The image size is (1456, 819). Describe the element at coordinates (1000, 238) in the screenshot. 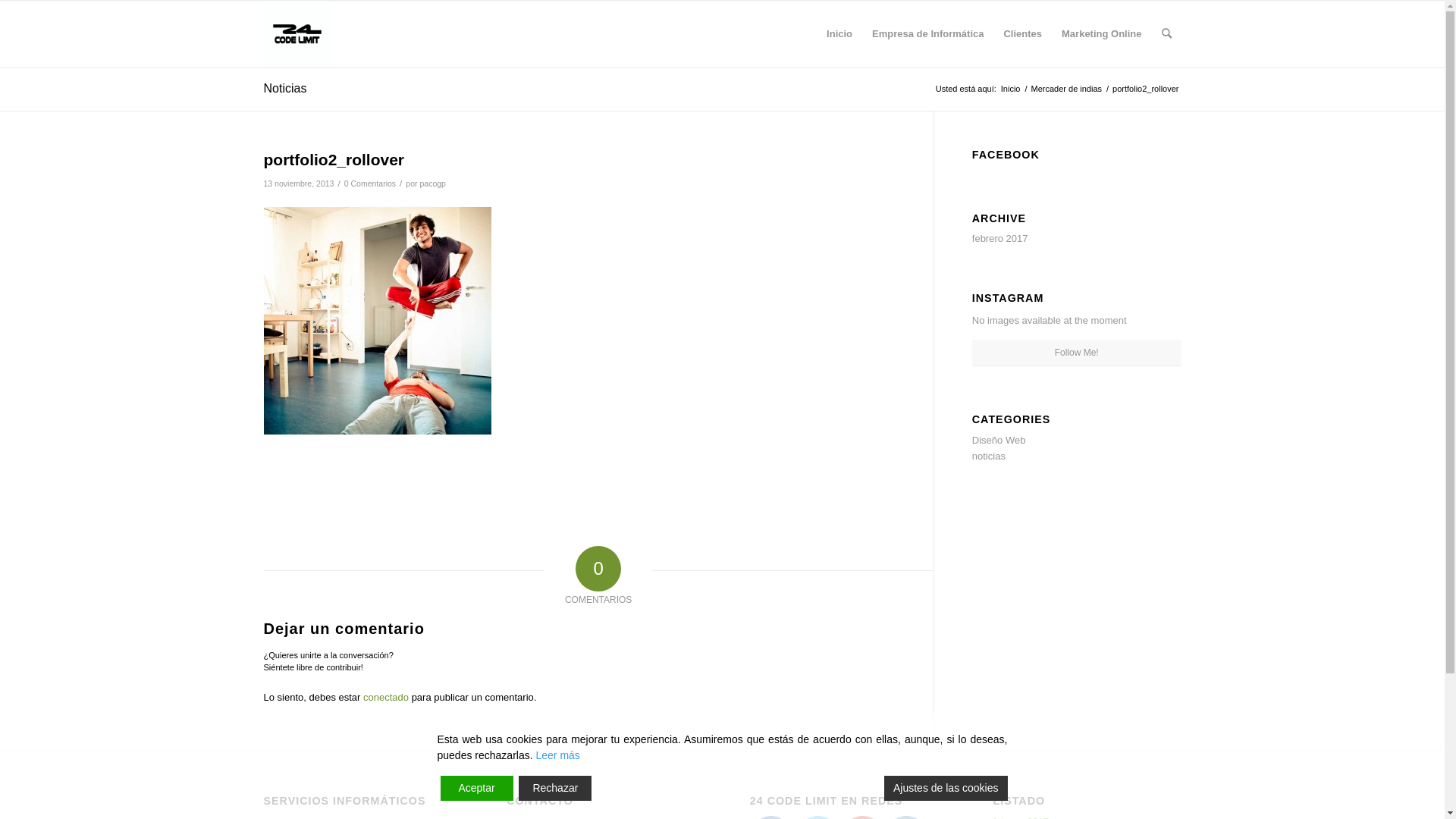

I see `'febrero 2017'` at that location.